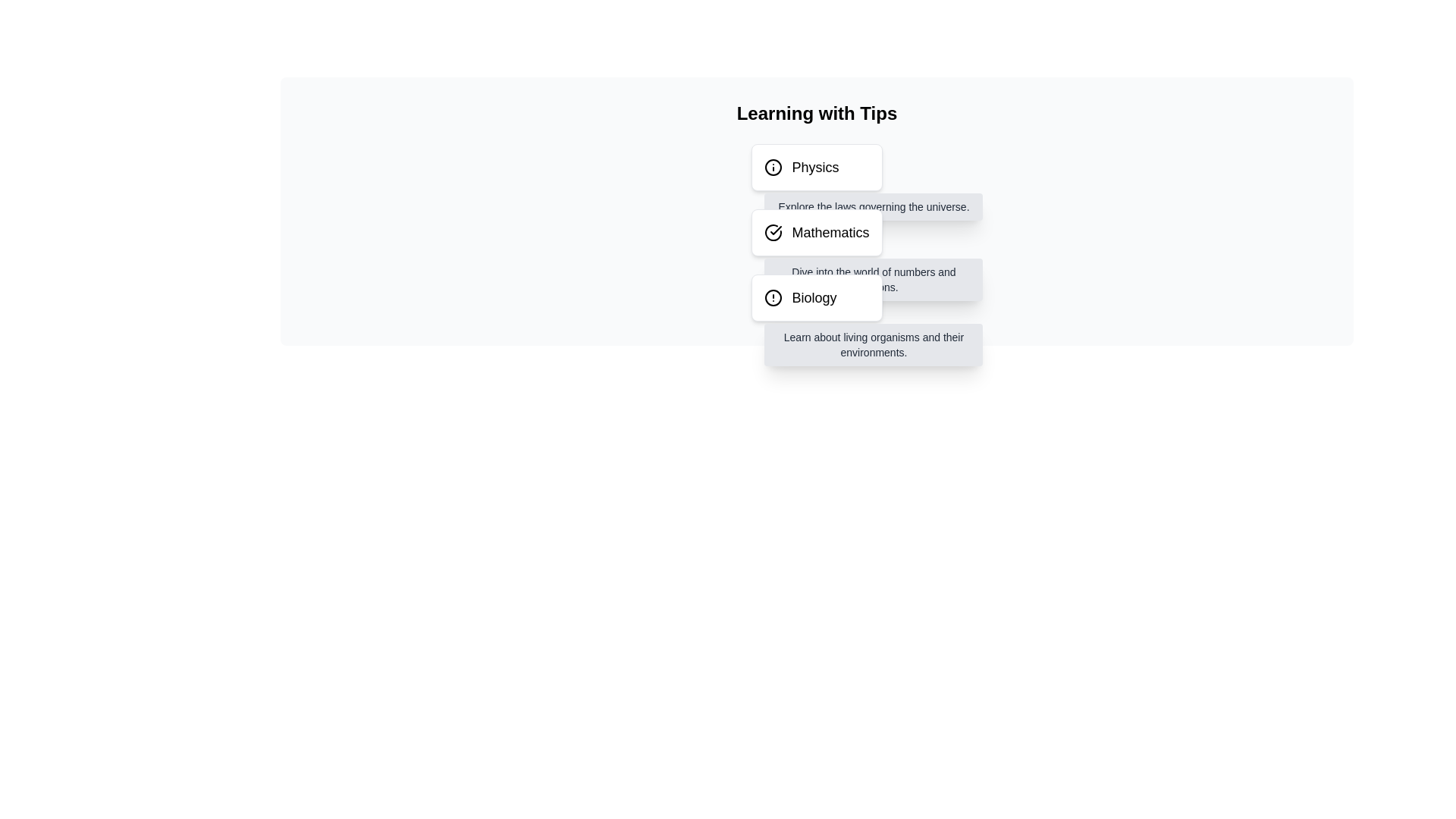 Image resolution: width=1456 pixels, height=819 pixels. Describe the element at coordinates (816, 233) in the screenshot. I see `the 'Mathematics' text label, which is styled in bold and located to the right of a checkmark icon within the second card of a vertically stacked list` at that location.